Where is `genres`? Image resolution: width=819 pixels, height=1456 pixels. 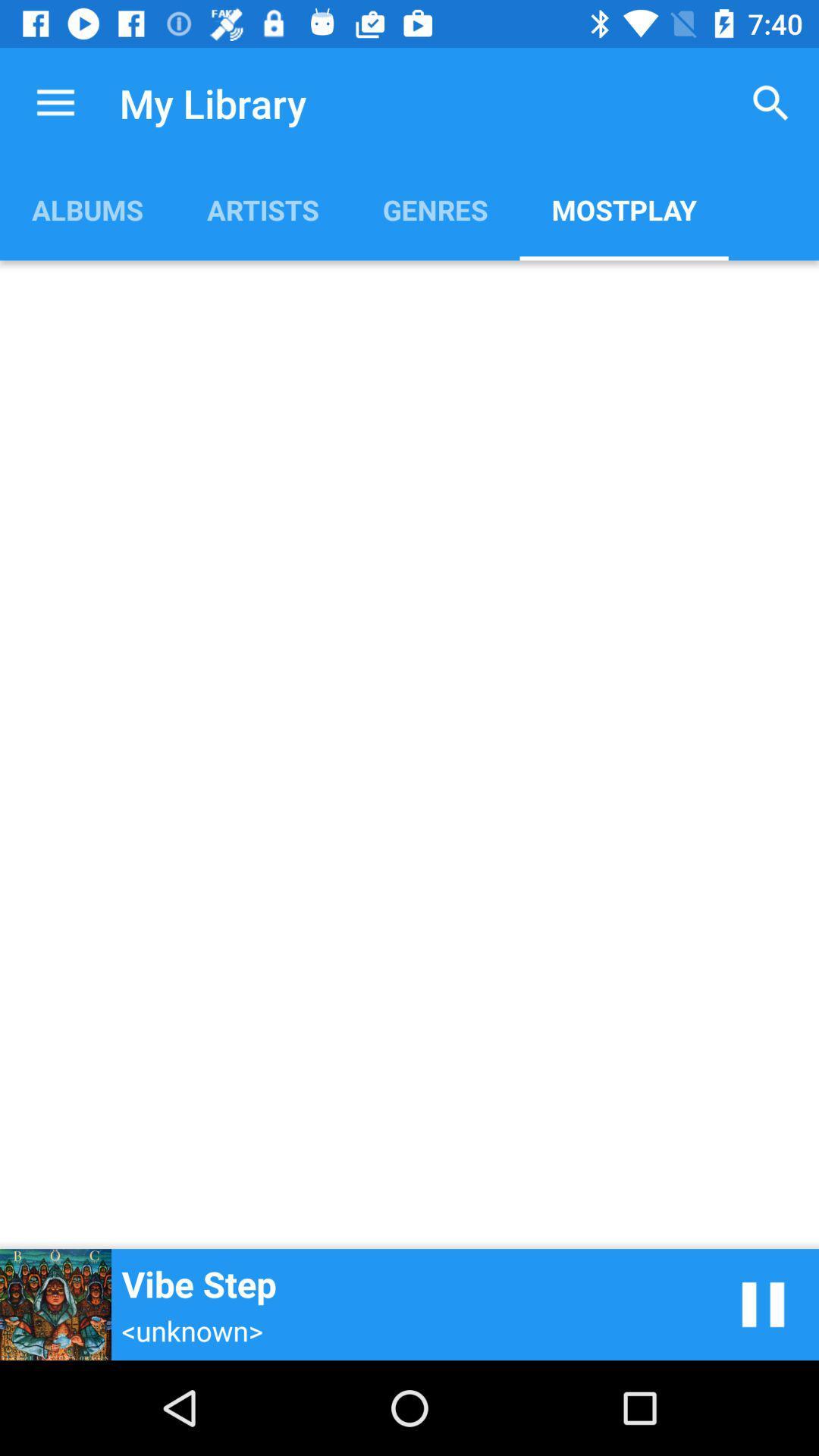 genres is located at coordinates (435, 209).